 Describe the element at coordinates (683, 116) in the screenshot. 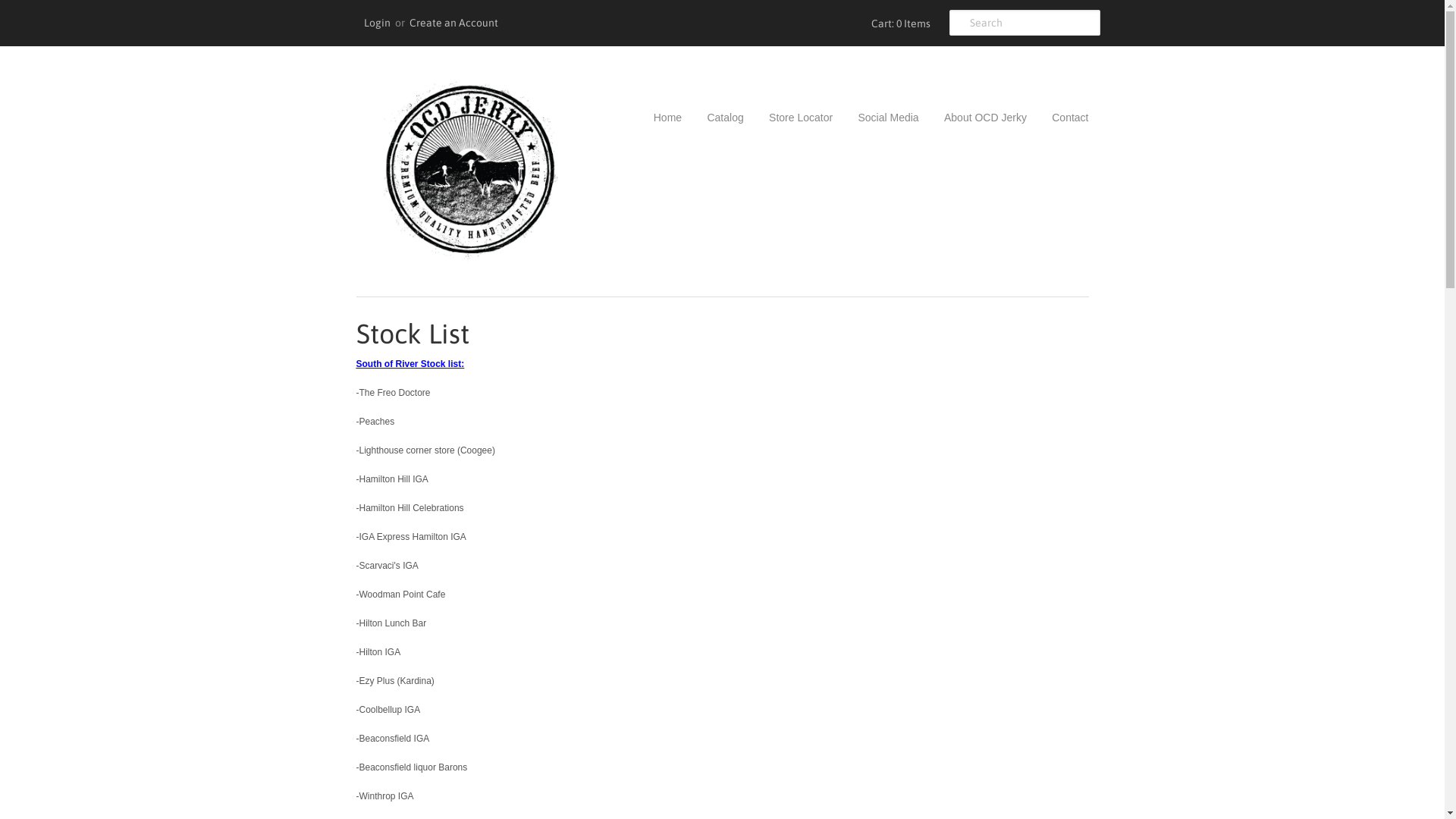

I see `'Catalog'` at that location.